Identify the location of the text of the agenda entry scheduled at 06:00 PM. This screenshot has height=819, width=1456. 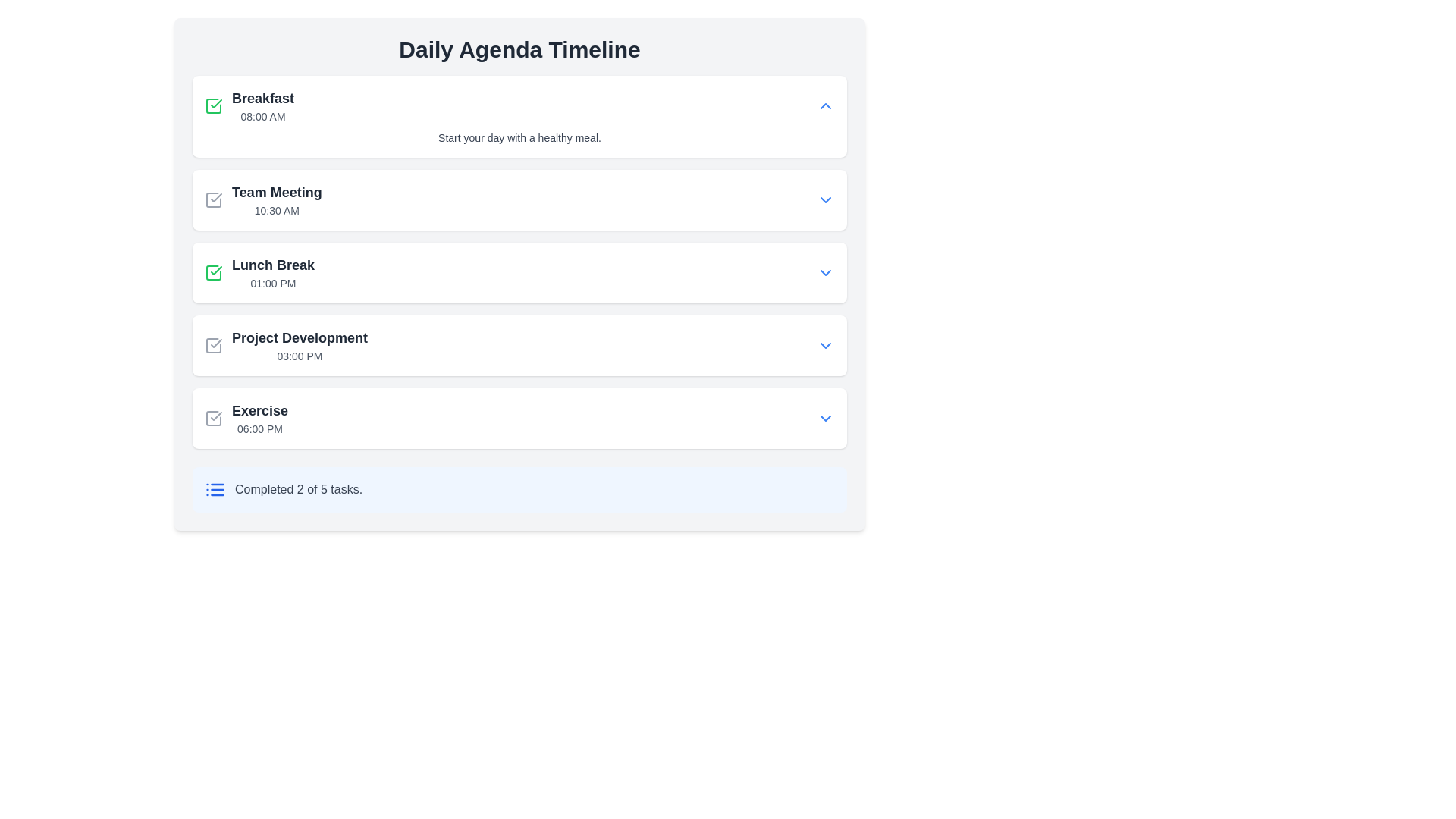
(246, 418).